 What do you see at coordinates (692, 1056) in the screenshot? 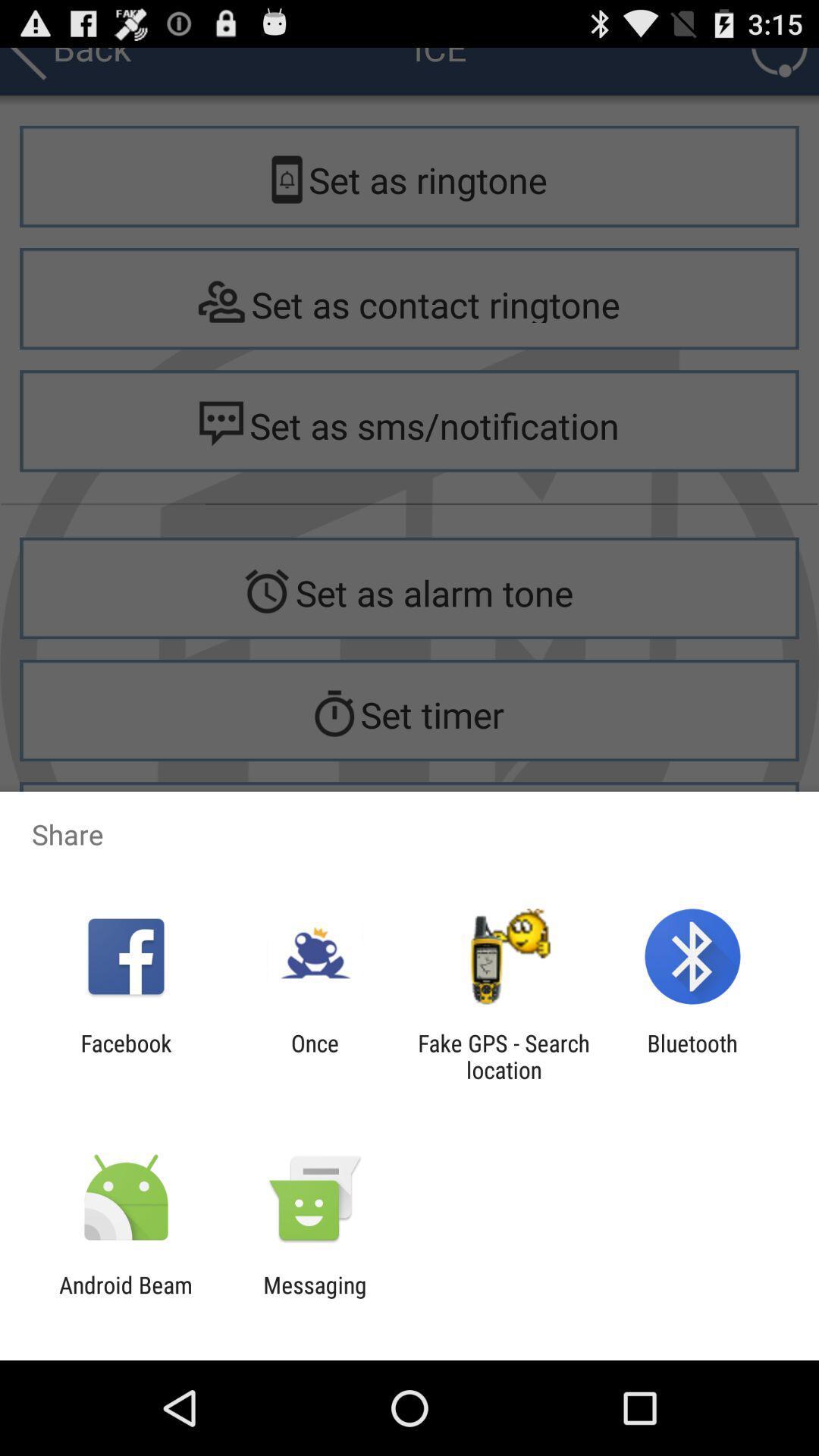
I see `the bluetooth app` at bounding box center [692, 1056].